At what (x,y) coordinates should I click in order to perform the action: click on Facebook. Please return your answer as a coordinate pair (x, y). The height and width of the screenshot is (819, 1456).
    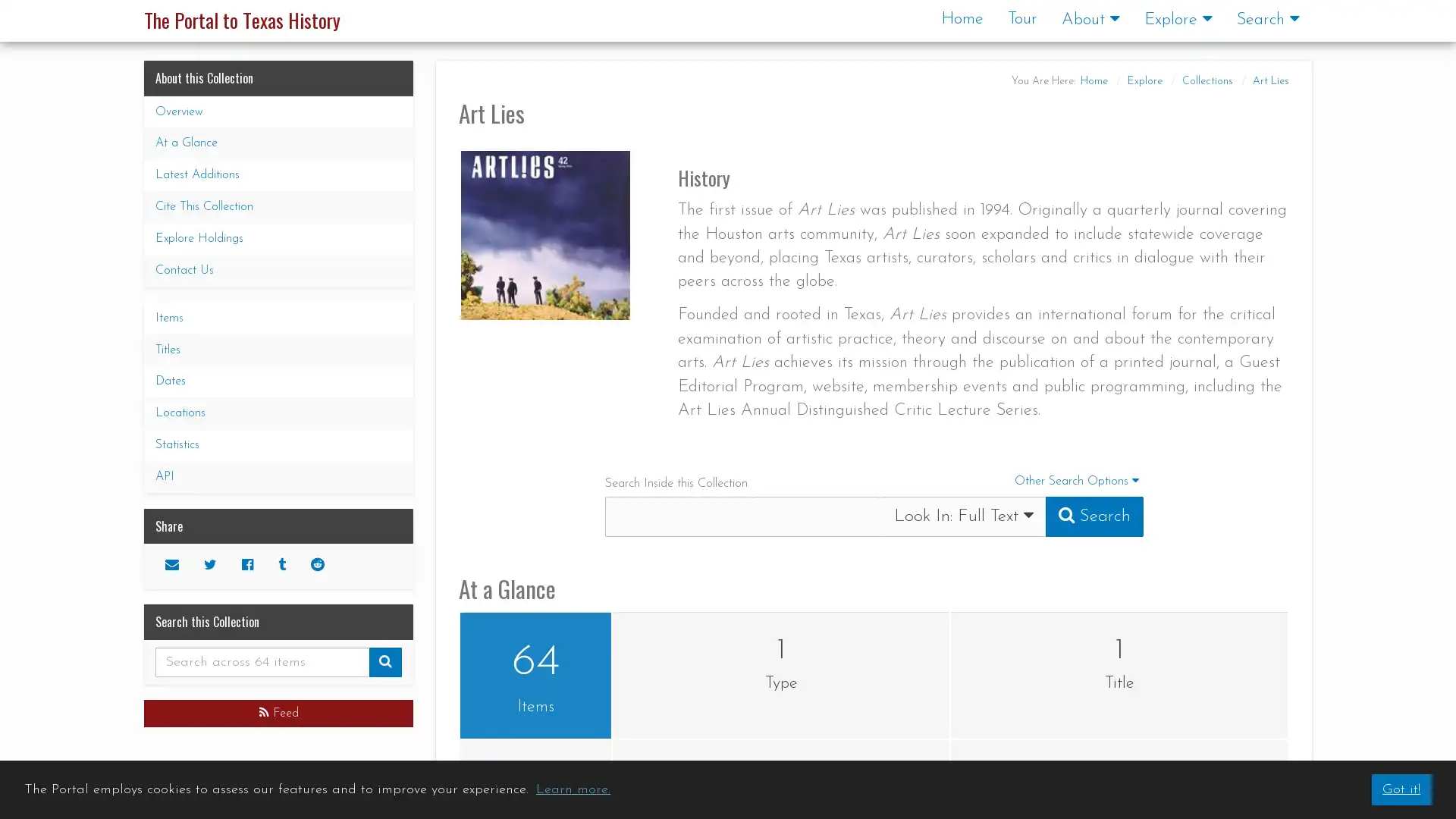
    Looking at the image, I should click on (247, 566).